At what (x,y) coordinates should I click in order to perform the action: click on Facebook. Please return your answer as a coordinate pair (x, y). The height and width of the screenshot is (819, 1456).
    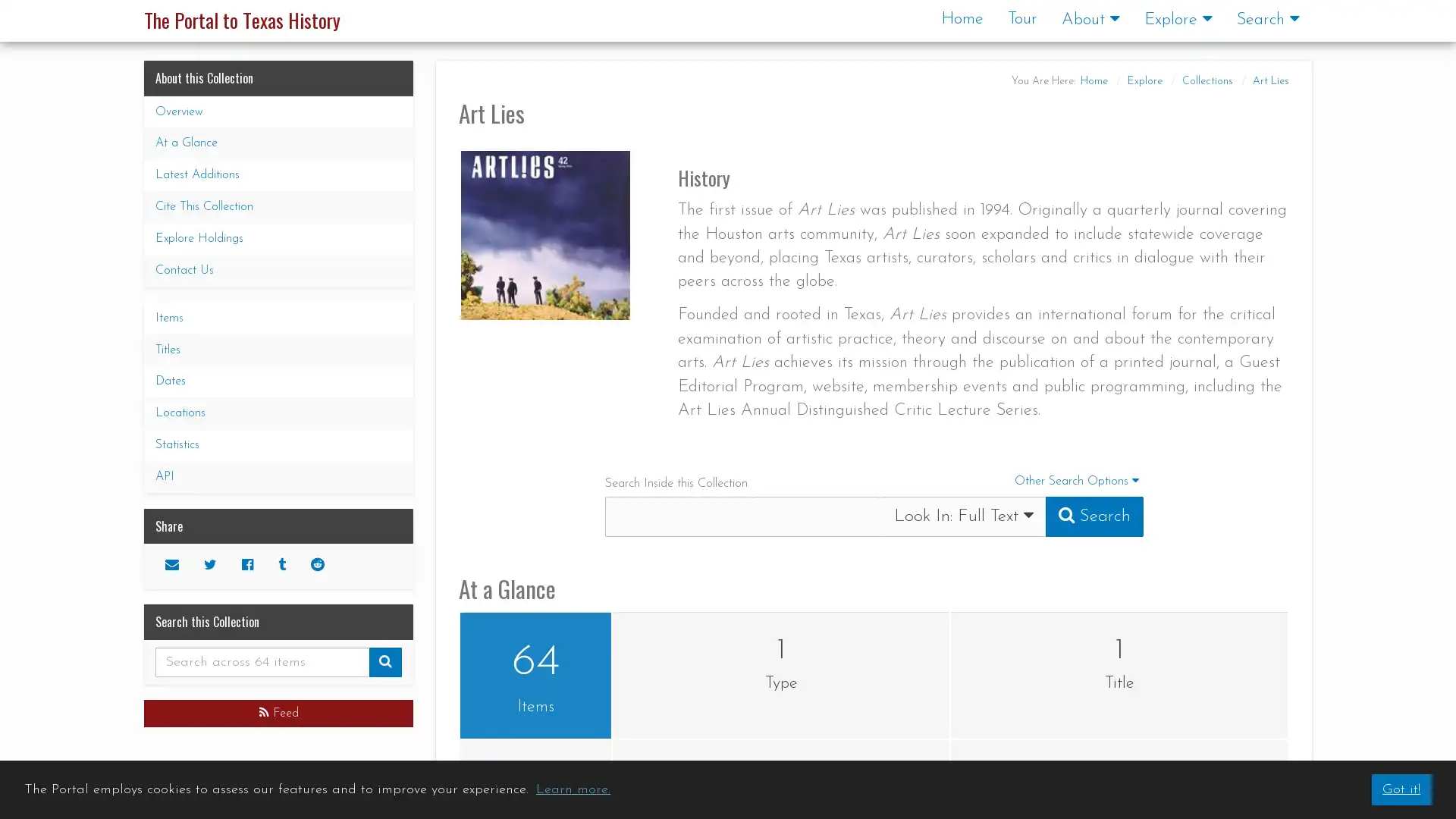
    Looking at the image, I should click on (247, 566).